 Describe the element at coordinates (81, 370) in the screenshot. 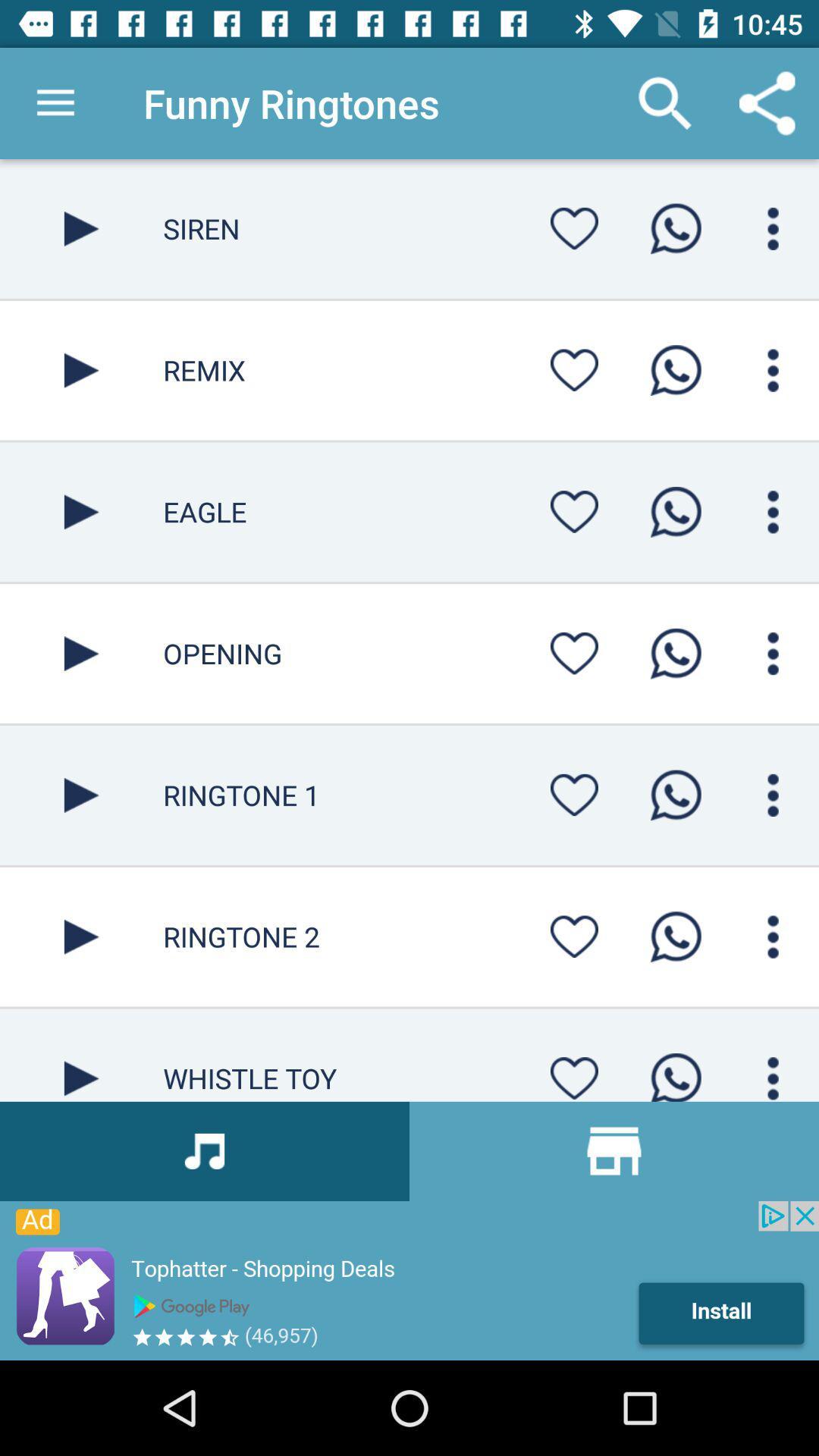

I see `page` at that location.